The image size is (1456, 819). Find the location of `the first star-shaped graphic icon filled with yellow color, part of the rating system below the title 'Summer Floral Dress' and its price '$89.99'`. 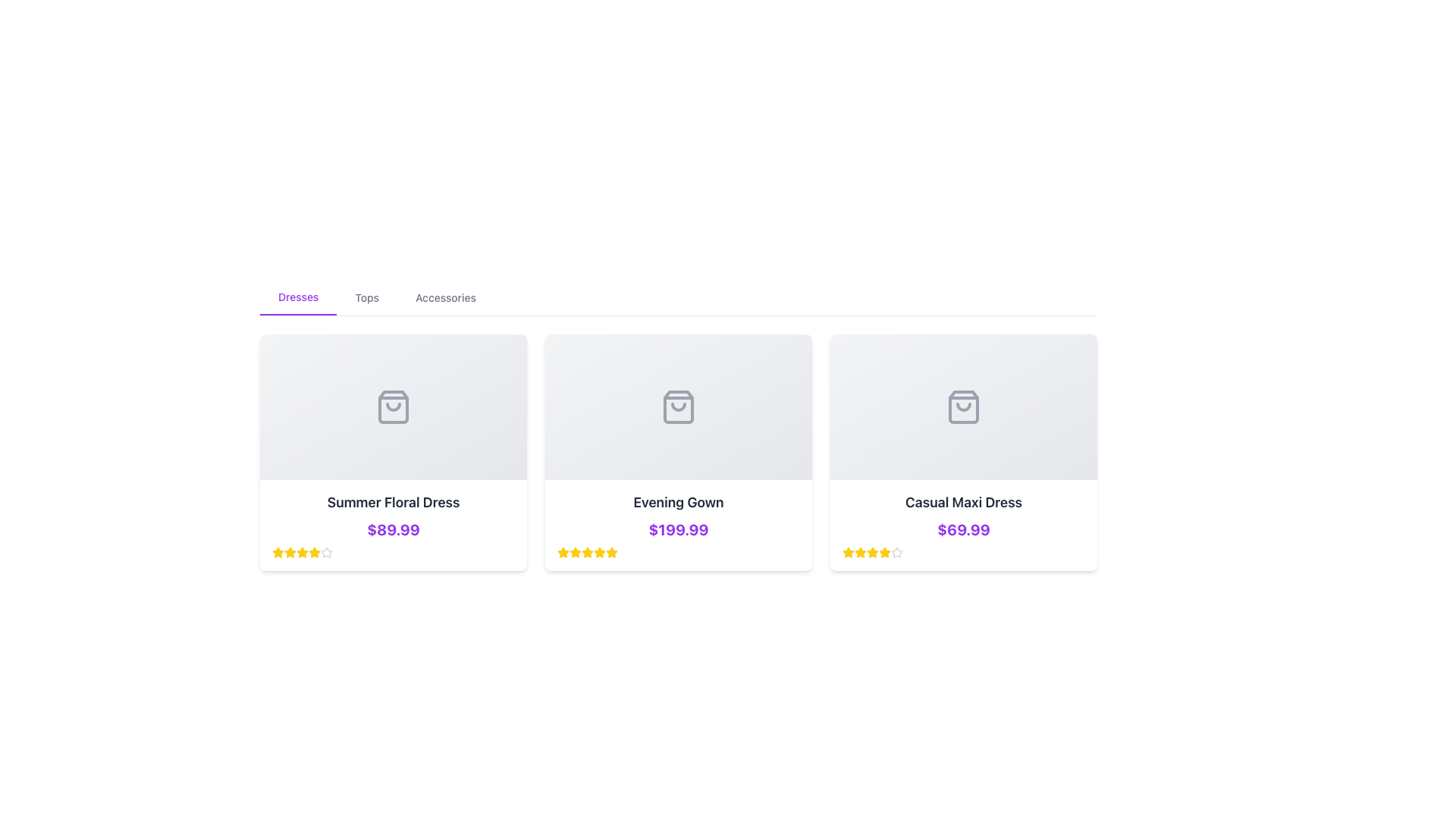

the first star-shaped graphic icon filled with yellow color, part of the rating system below the title 'Summer Floral Dress' and its price '$89.99' is located at coordinates (278, 553).